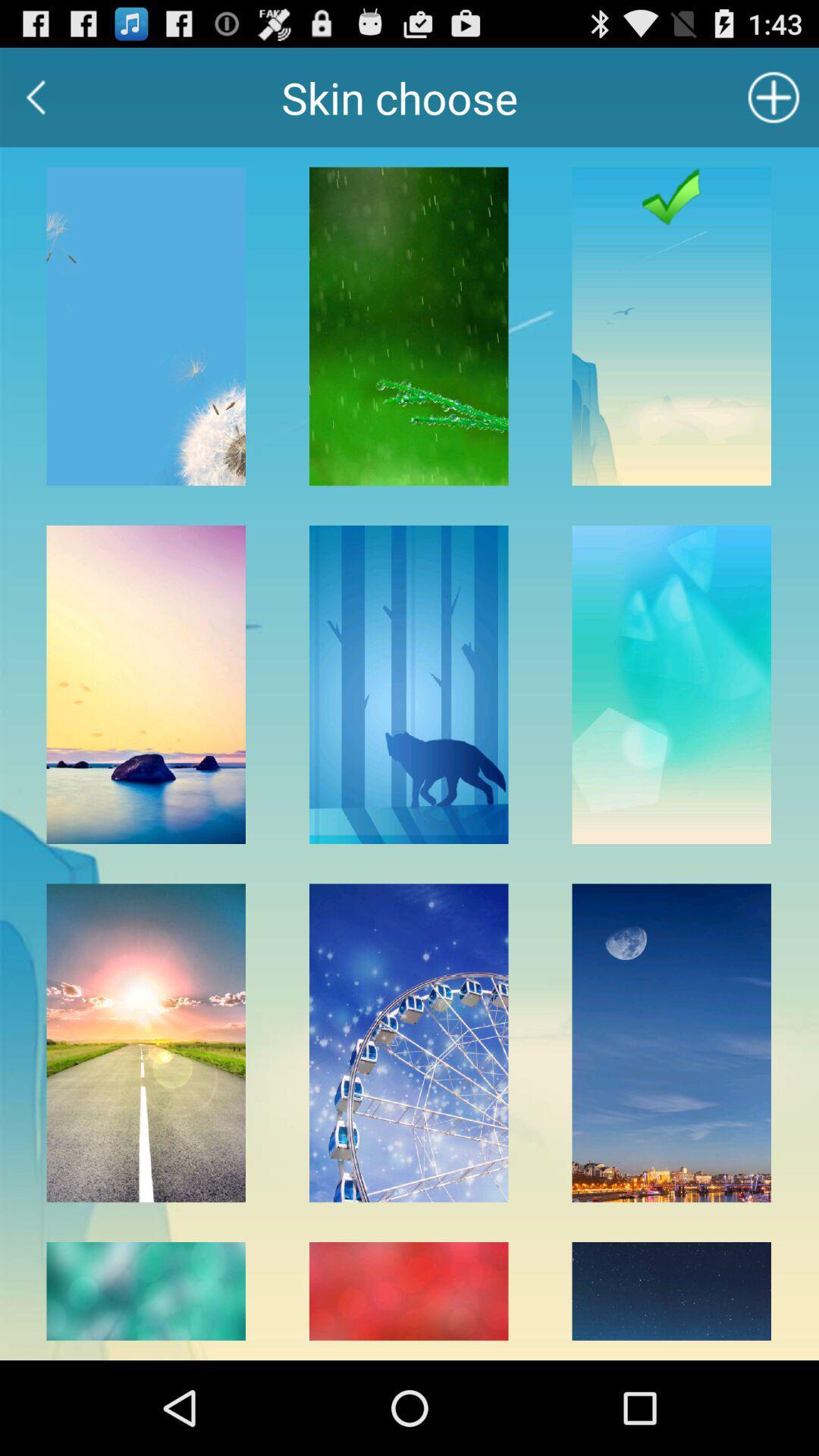  I want to click on the icon to the left of skin choose app, so click(35, 96).